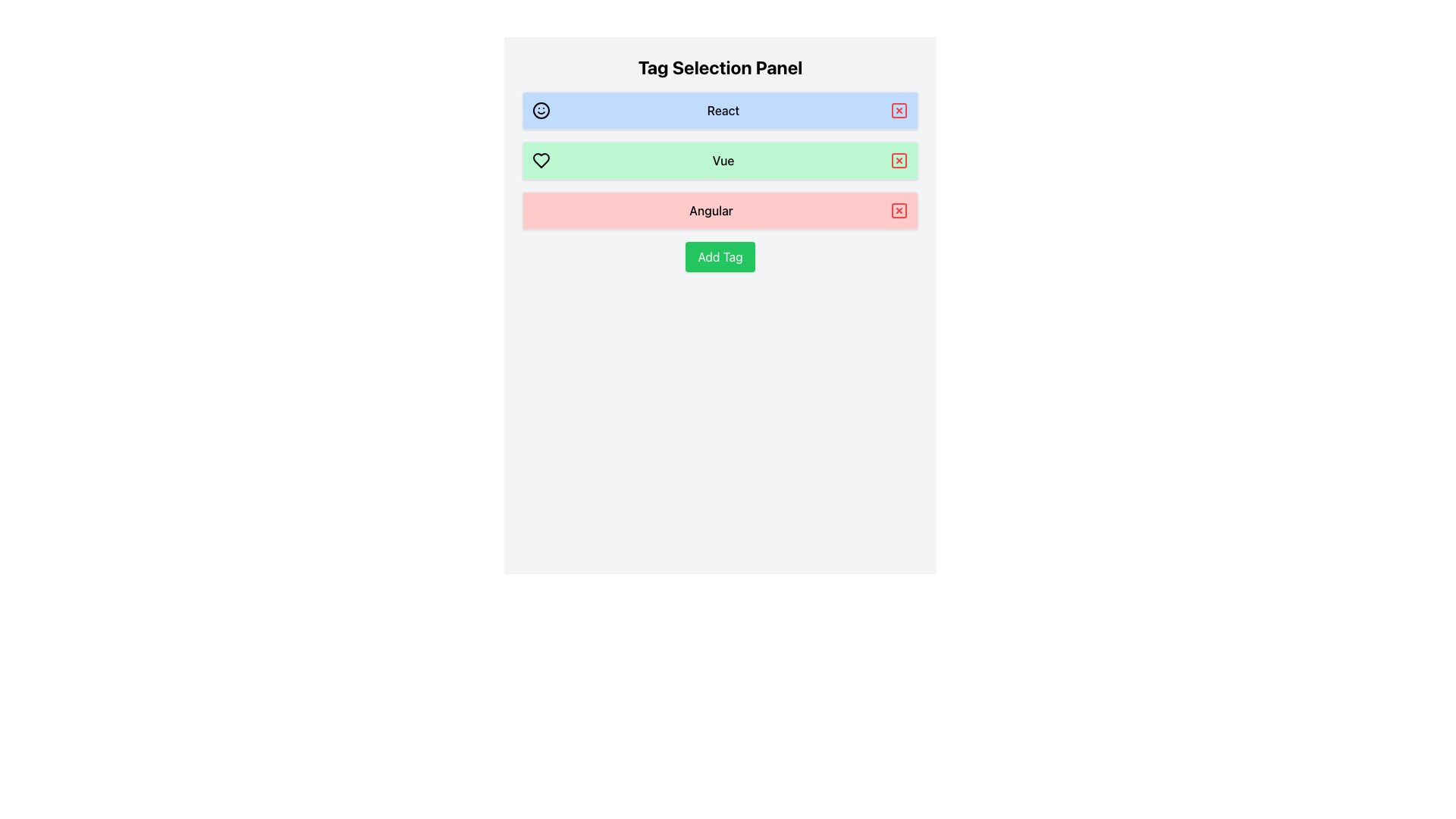 Image resolution: width=1456 pixels, height=819 pixels. What do you see at coordinates (720, 161) in the screenshot?
I see `the 'Vue' button-like tag component` at bounding box center [720, 161].